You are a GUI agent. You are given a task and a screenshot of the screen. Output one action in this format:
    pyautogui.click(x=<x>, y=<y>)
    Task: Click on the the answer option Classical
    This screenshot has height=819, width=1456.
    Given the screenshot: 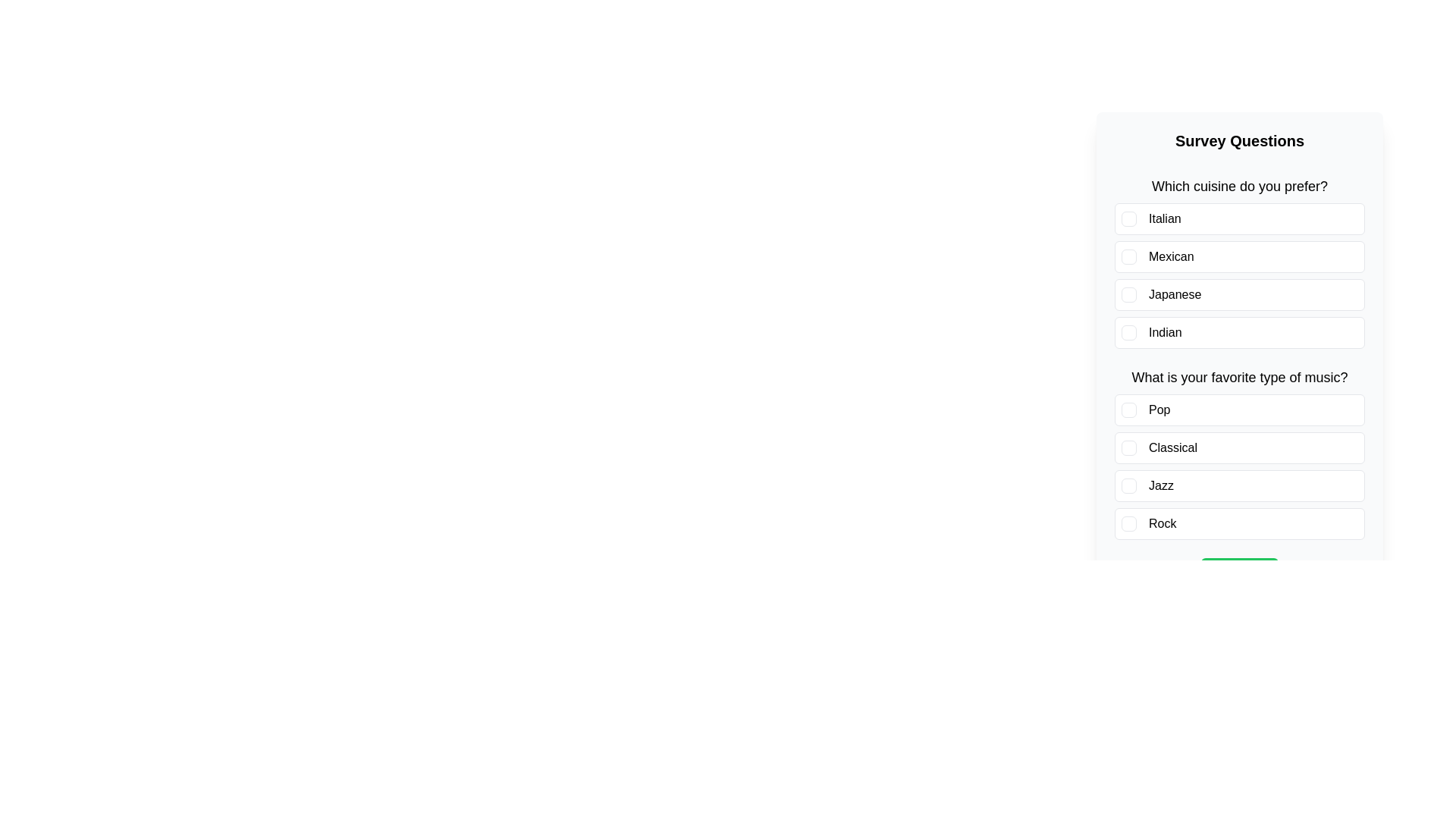 What is the action you would take?
    pyautogui.click(x=1240, y=447)
    